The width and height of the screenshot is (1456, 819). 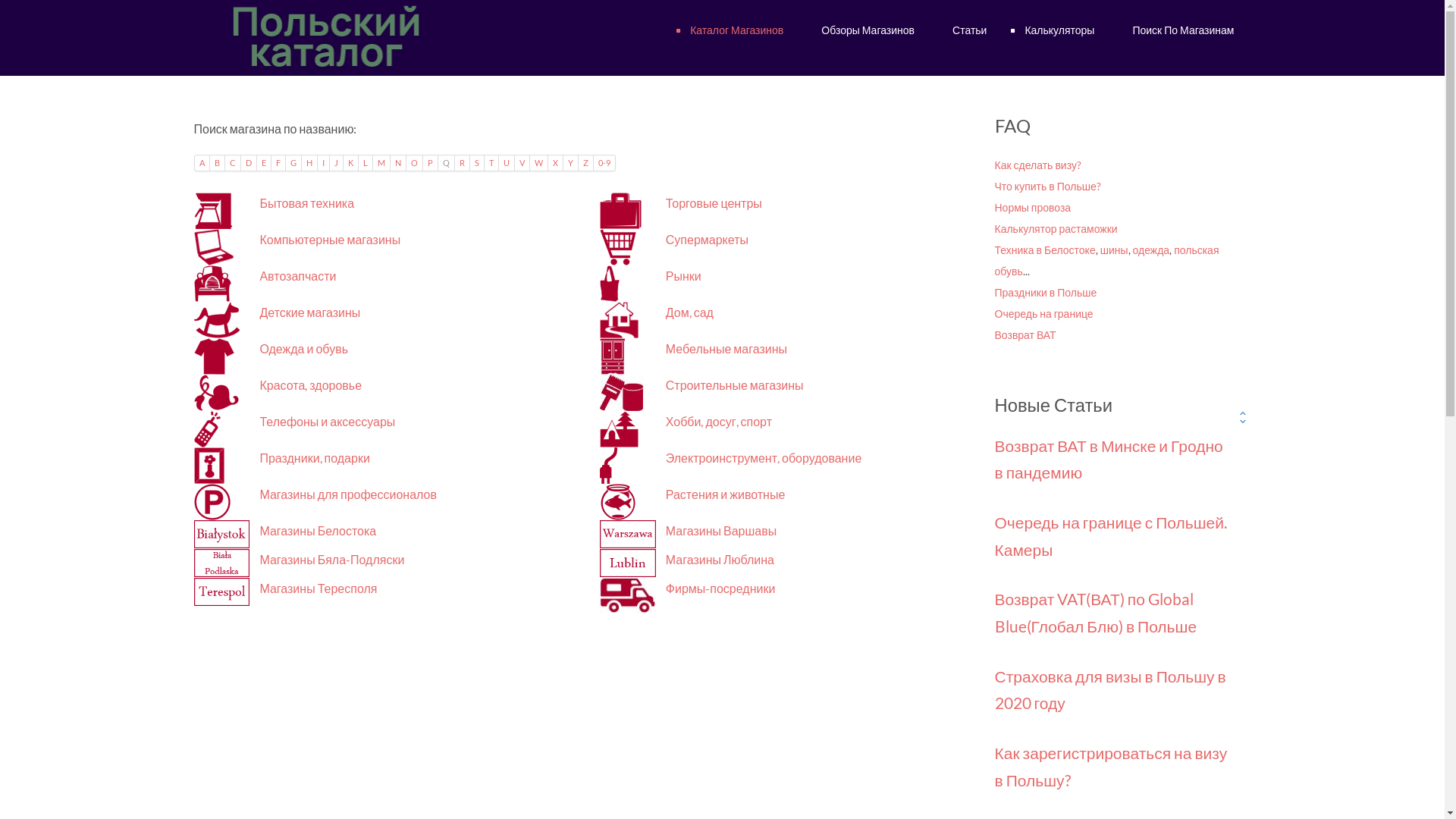 I want to click on 'G', so click(x=293, y=163).